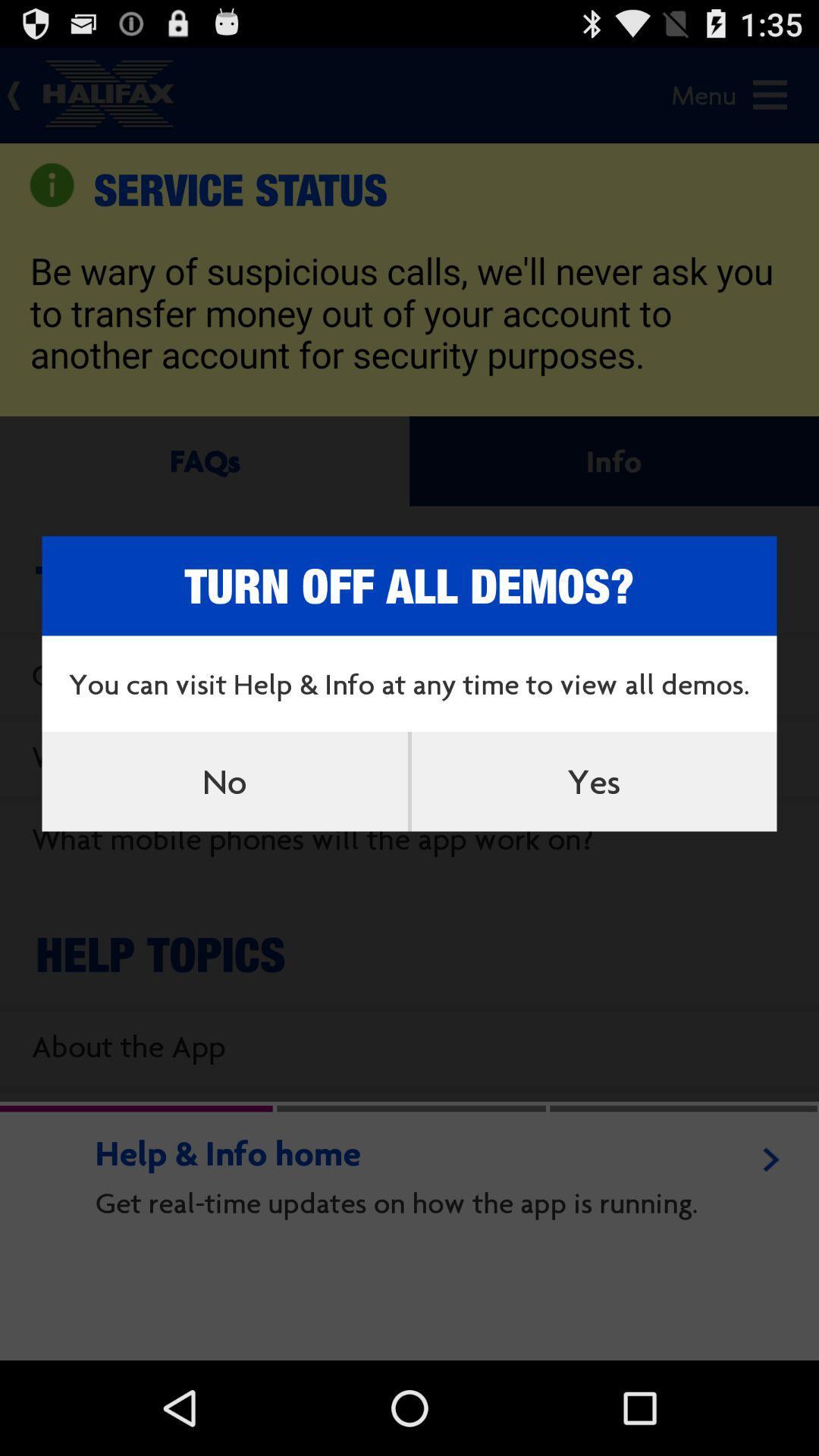 This screenshot has height=1456, width=819. Describe the element at coordinates (224, 781) in the screenshot. I see `the no item` at that location.